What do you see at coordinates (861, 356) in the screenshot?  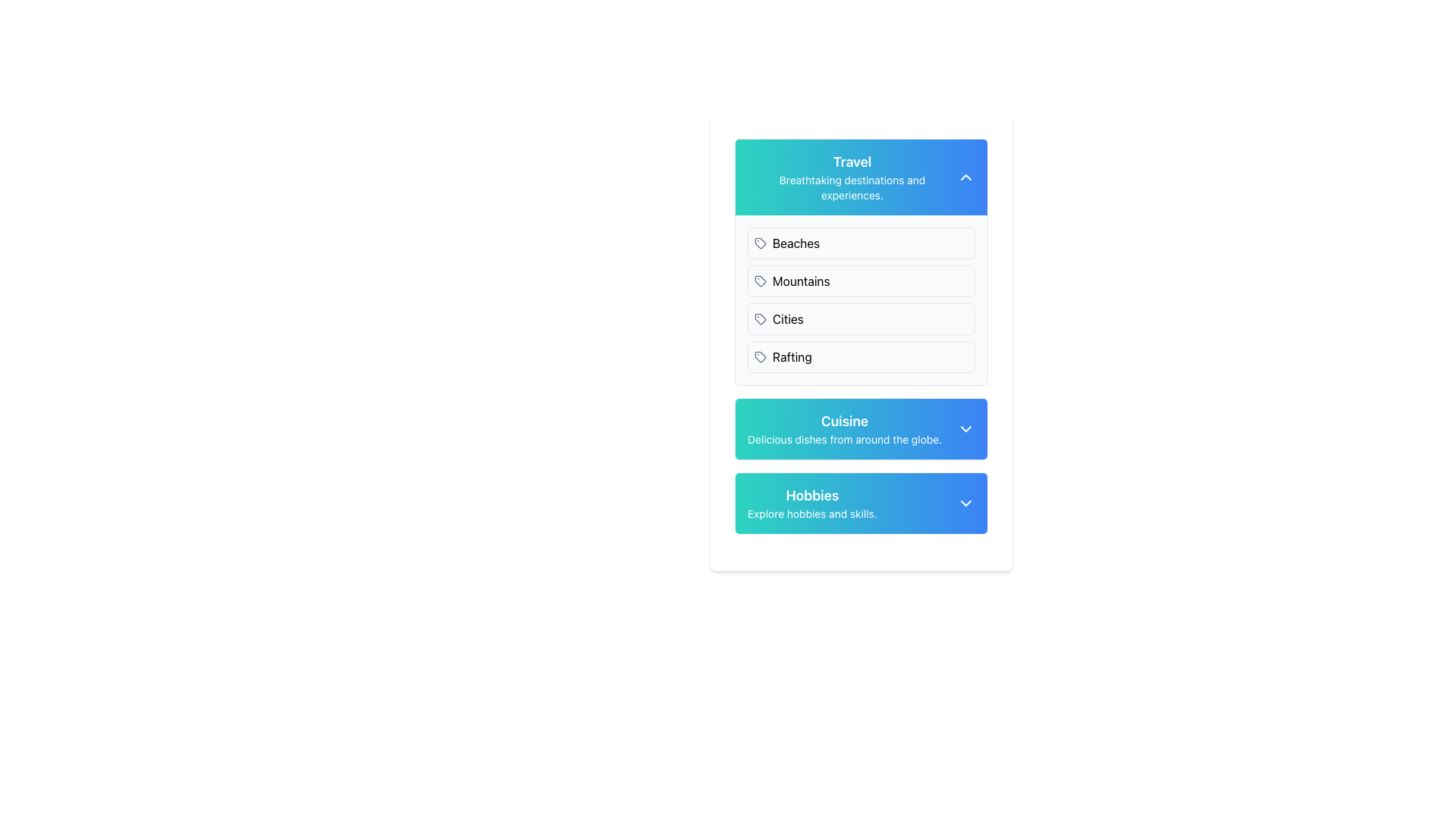 I see `the 'Rafting' button, which is a horizontal rectangular button with rounded corners located in the 'Travel' section` at bounding box center [861, 356].